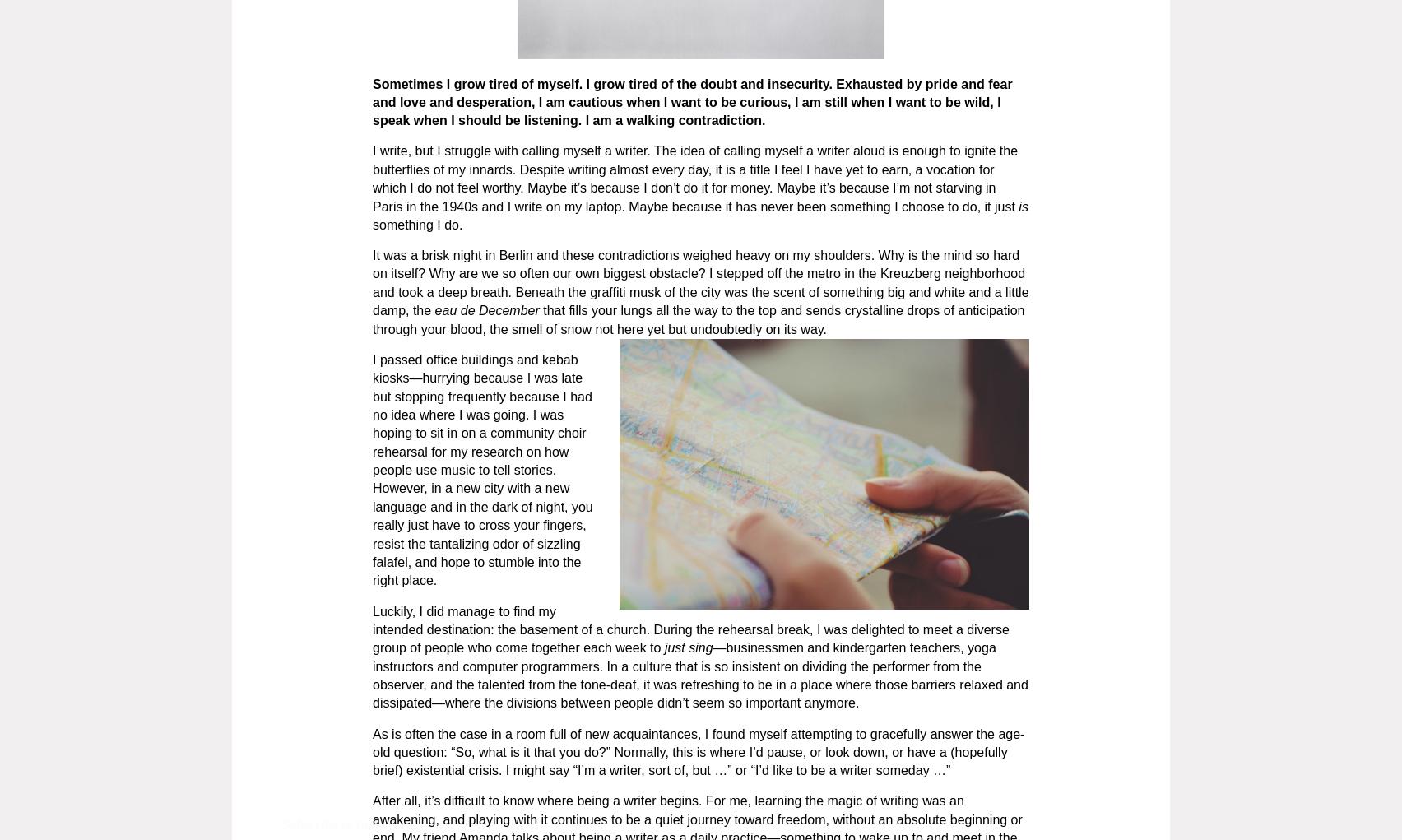  Describe the element at coordinates (1022, 205) in the screenshot. I see `'is'` at that location.